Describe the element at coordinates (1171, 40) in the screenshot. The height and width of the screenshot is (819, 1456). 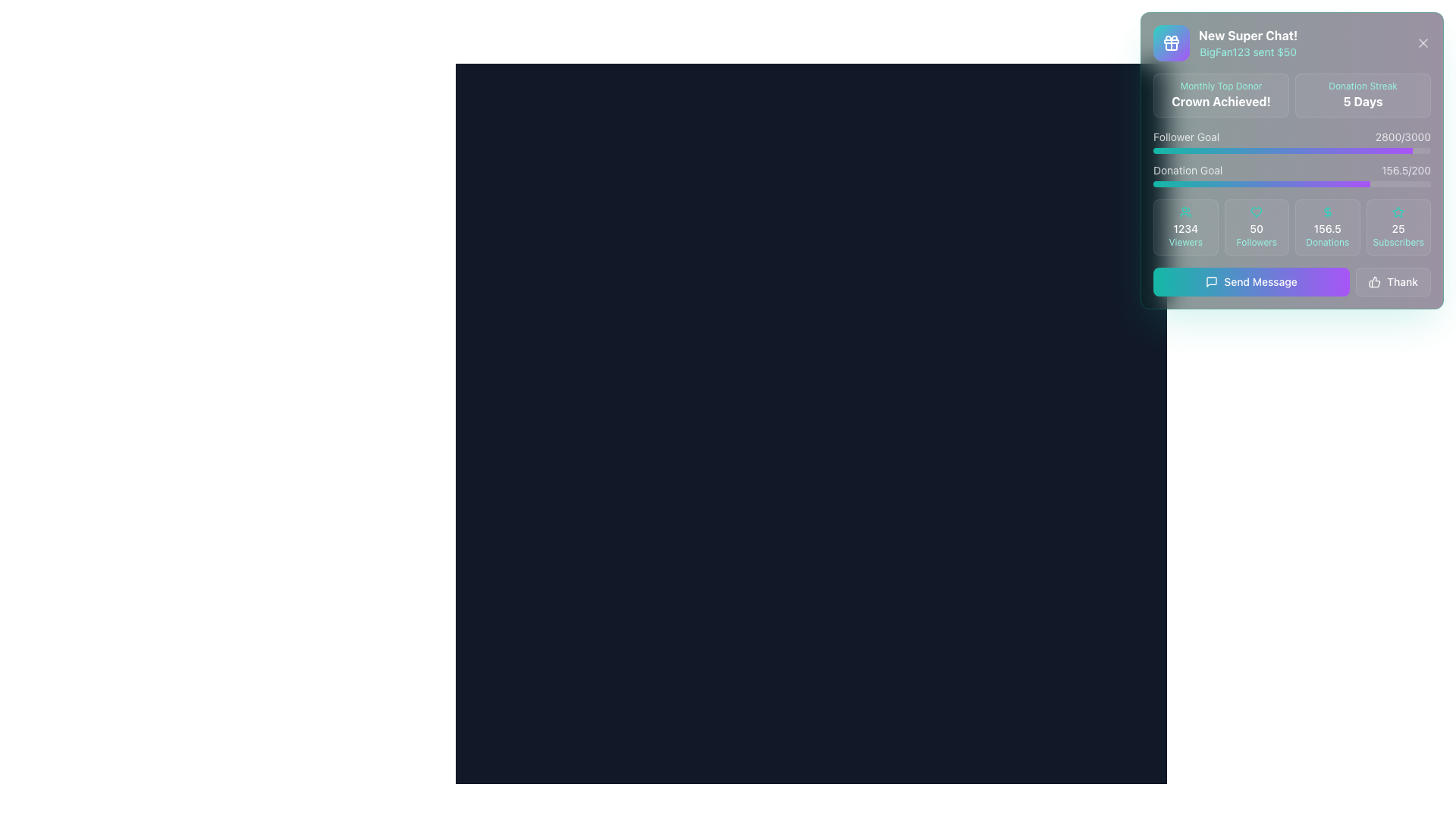
I see `the horizontal ribbon decoration of the gift box icon, which visually represents the ribbon tied around the box` at that location.